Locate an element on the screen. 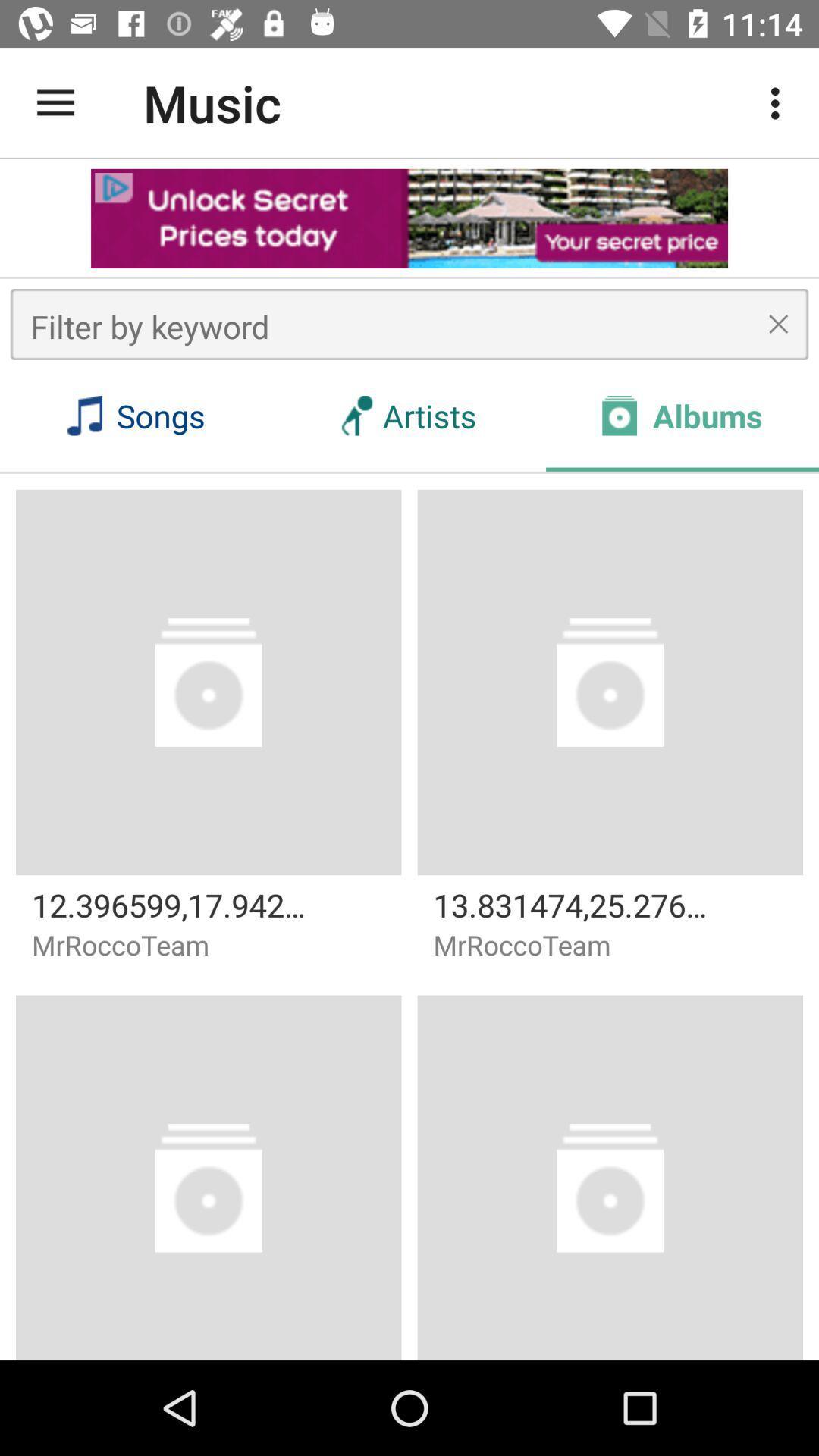 This screenshot has width=819, height=1456. delete keyword search box is located at coordinates (778, 323).